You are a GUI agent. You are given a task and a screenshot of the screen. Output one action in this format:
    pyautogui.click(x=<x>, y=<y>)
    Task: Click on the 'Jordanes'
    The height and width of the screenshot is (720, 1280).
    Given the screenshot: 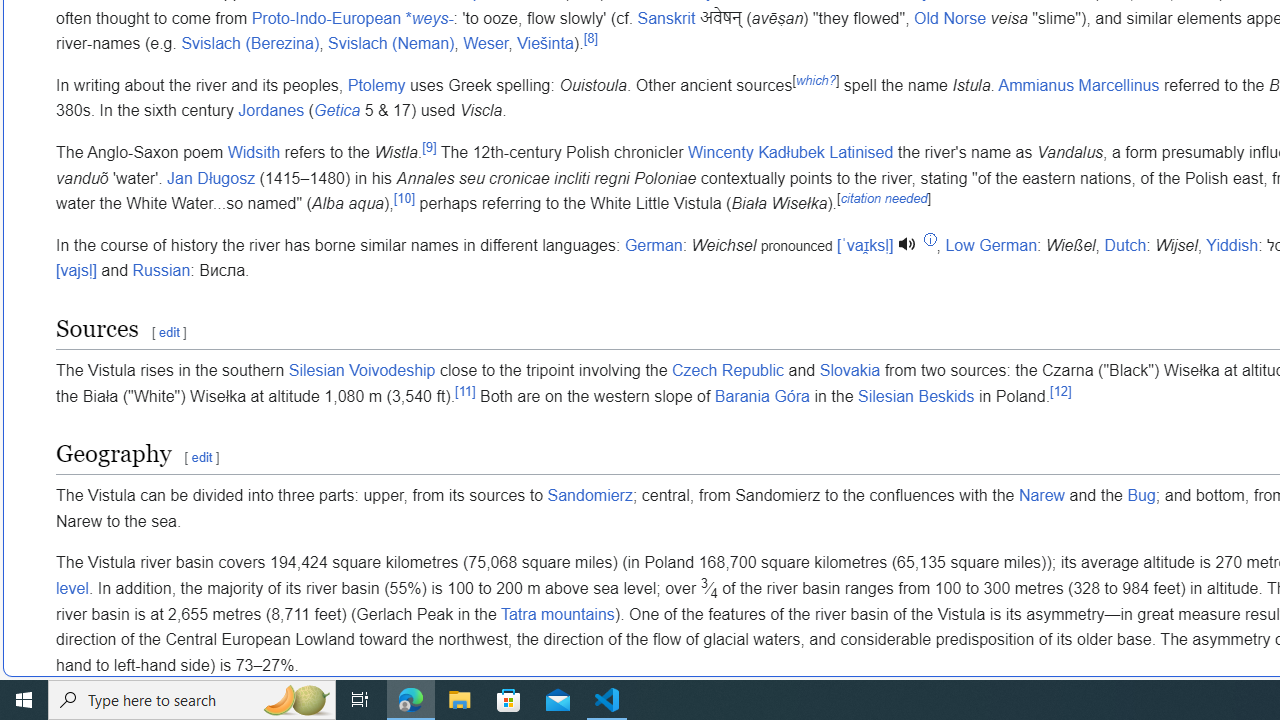 What is the action you would take?
    pyautogui.click(x=270, y=111)
    